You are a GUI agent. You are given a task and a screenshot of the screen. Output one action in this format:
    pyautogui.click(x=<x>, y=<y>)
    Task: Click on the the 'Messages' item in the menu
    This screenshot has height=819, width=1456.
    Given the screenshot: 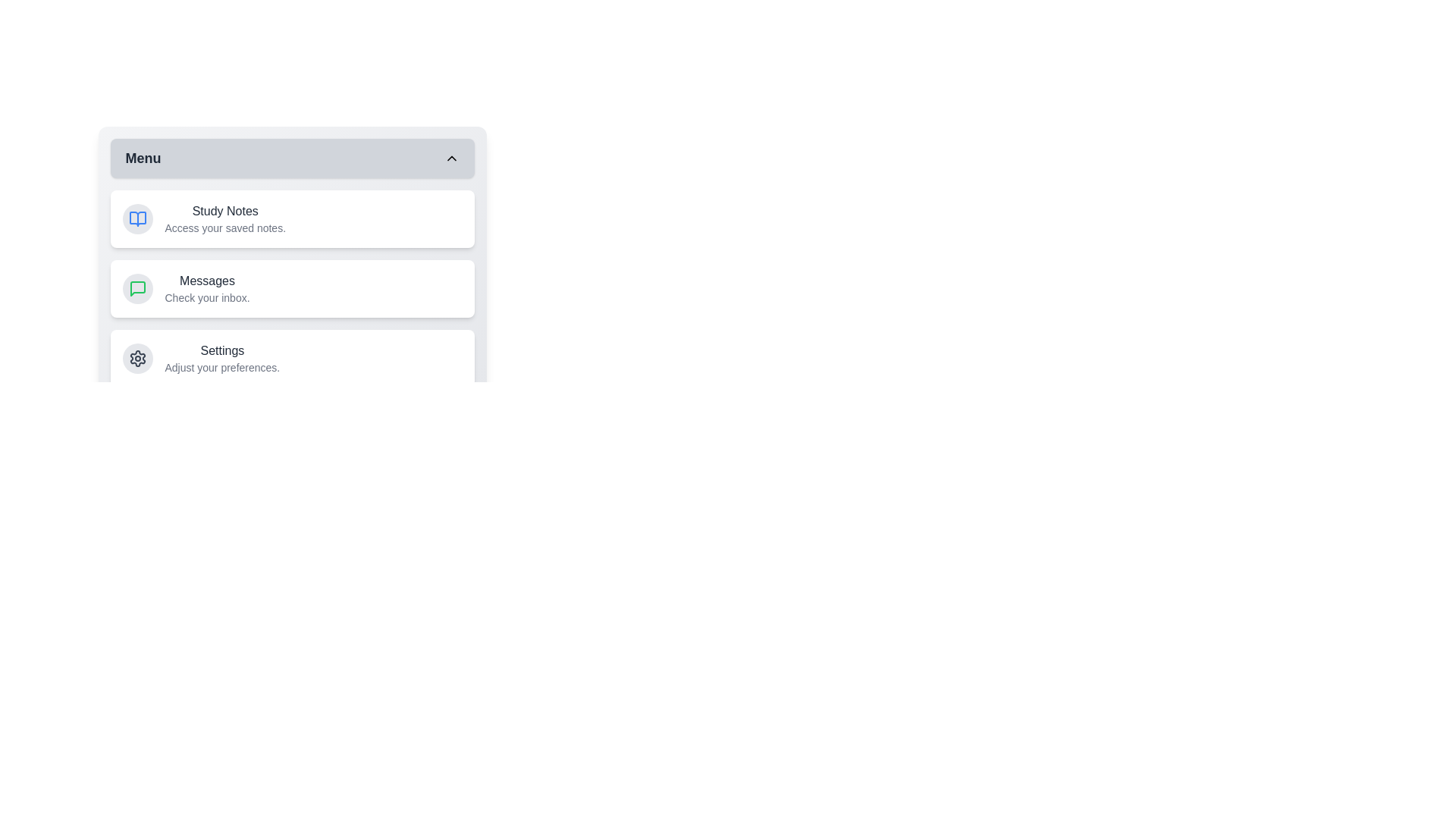 What is the action you would take?
    pyautogui.click(x=292, y=289)
    